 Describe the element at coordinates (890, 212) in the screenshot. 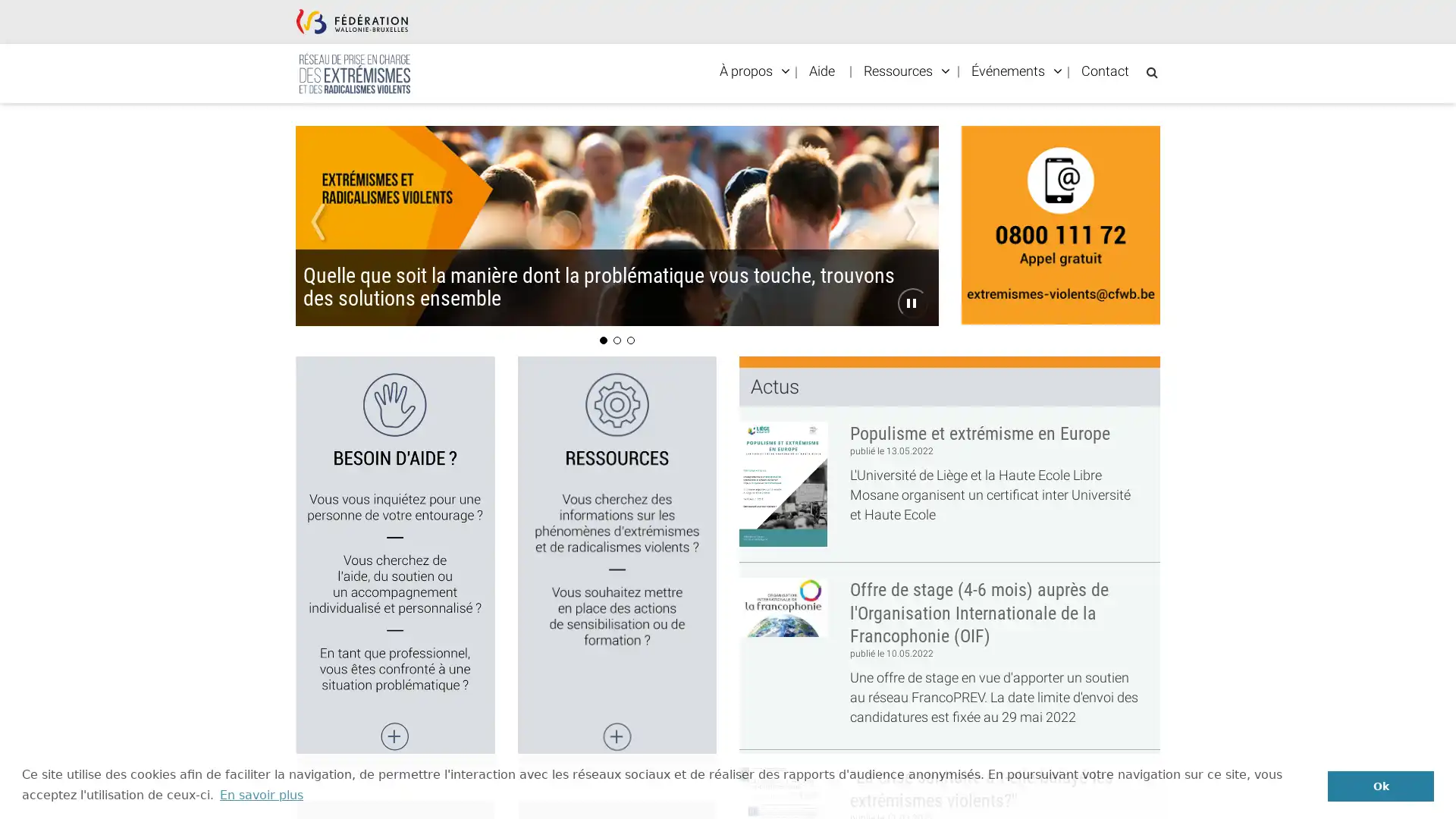

I see `Suivant` at that location.